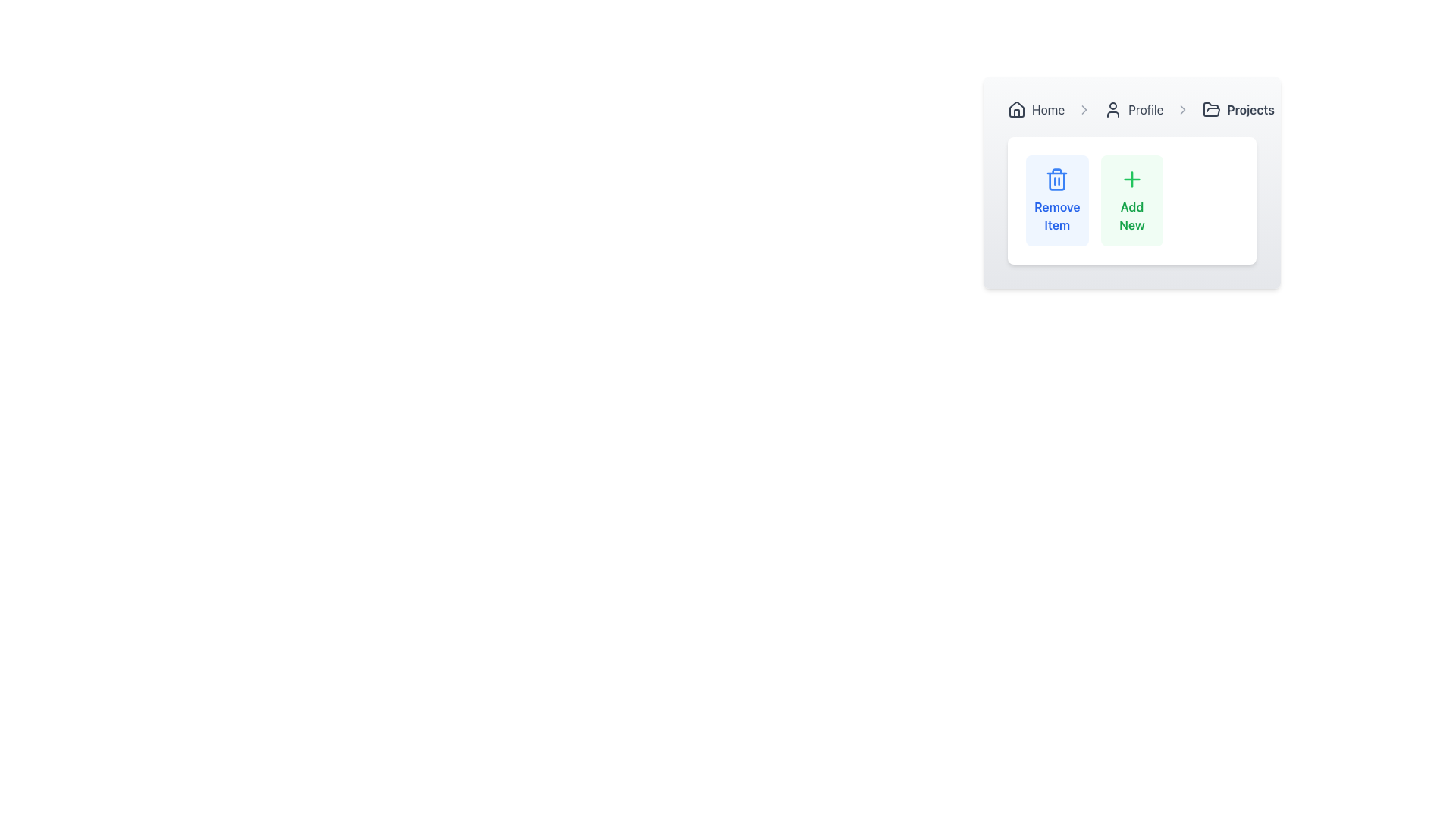 The height and width of the screenshot is (819, 1456). I want to click on the delete icon located within the 'Remove Item' card, positioned to the left of the 'Add New' card, so click(1056, 178).